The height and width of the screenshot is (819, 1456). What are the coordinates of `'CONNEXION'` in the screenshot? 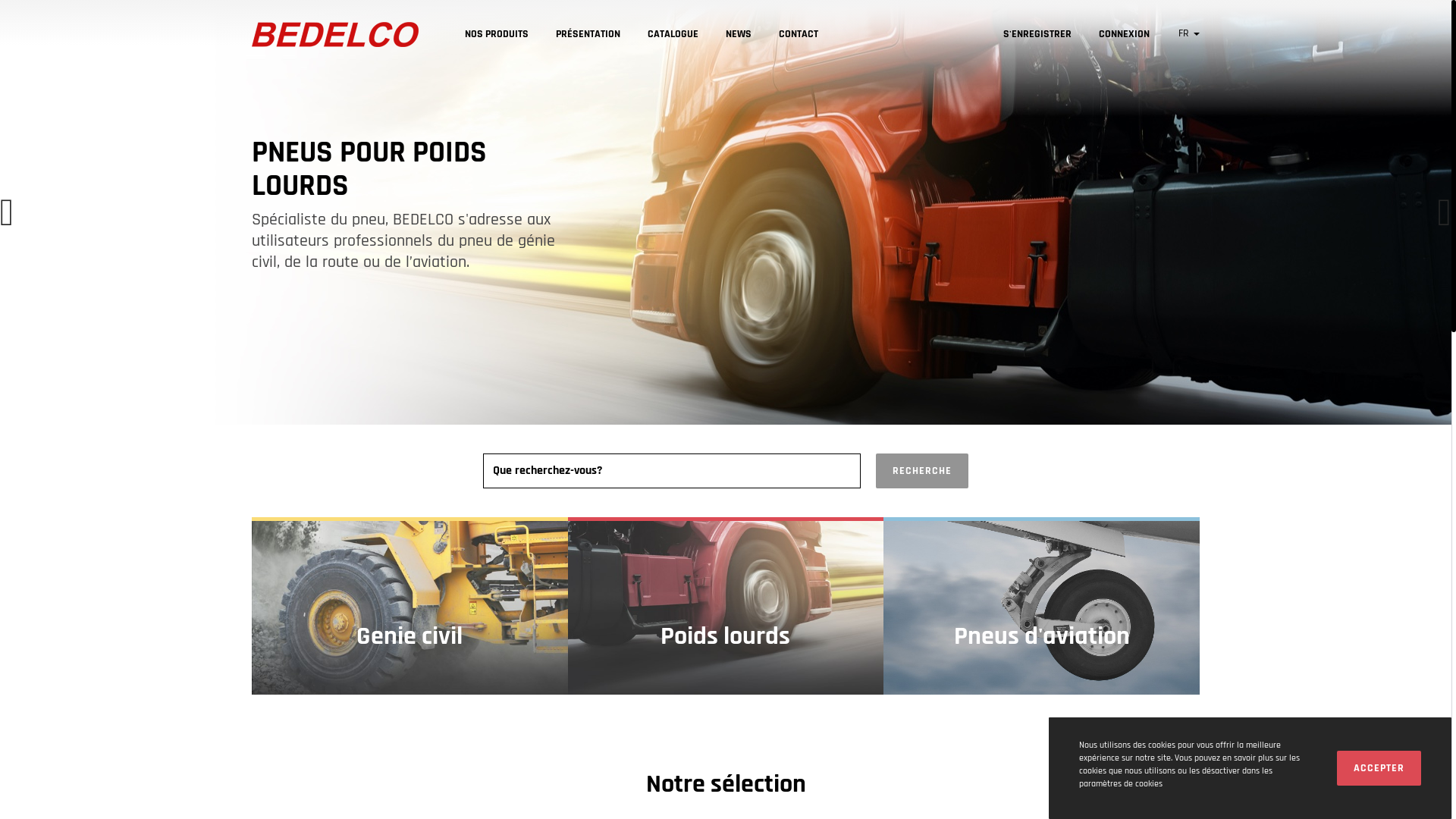 It's located at (1124, 33).